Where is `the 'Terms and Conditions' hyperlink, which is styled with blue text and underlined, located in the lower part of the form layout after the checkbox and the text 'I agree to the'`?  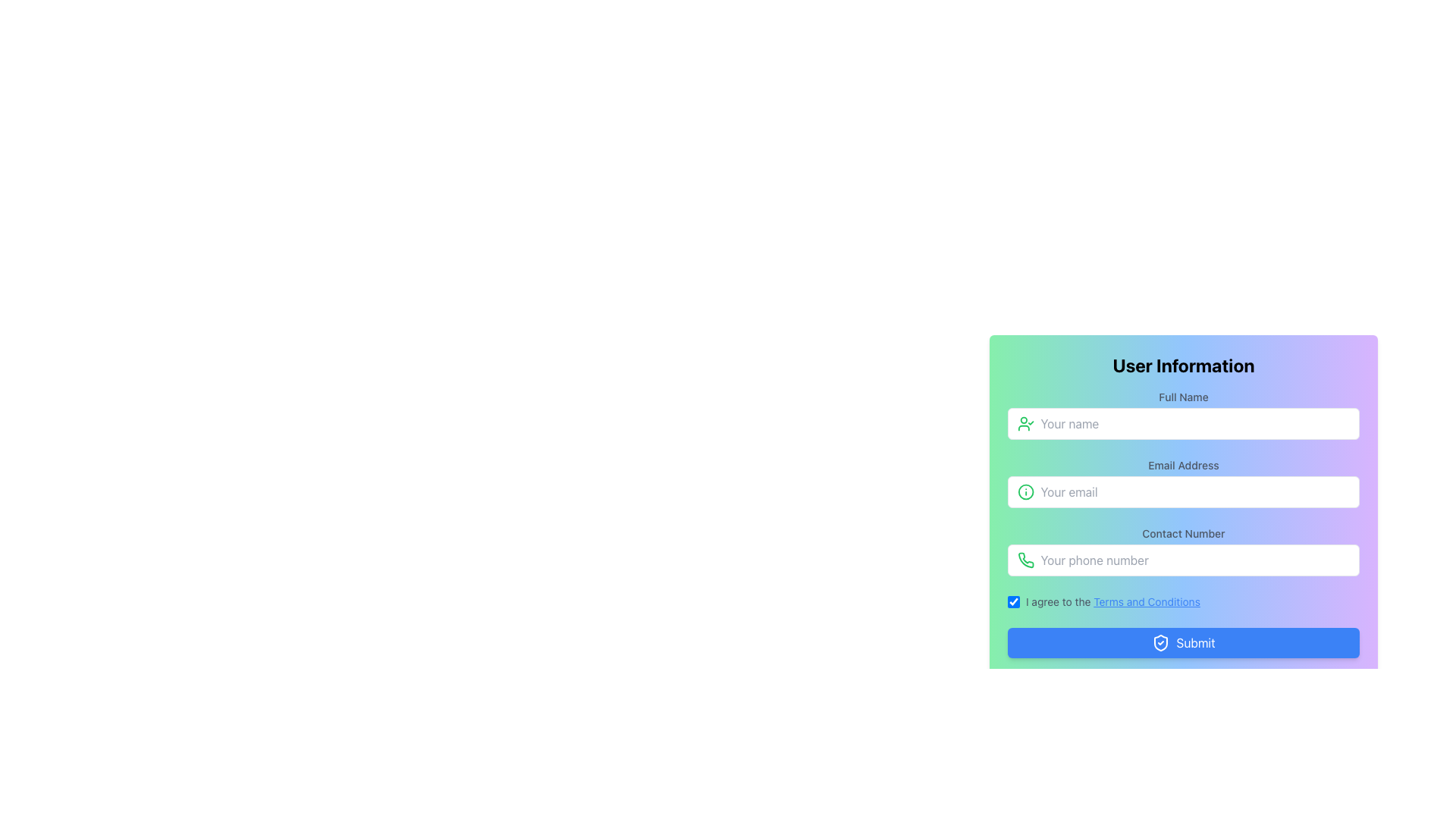
the 'Terms and Conditions' hyperlink, which is styled with blue text and underlined, located in the lower part of the form layout after the checkbox and the text 'I agree to the' is located at coordinates (1147, 601).